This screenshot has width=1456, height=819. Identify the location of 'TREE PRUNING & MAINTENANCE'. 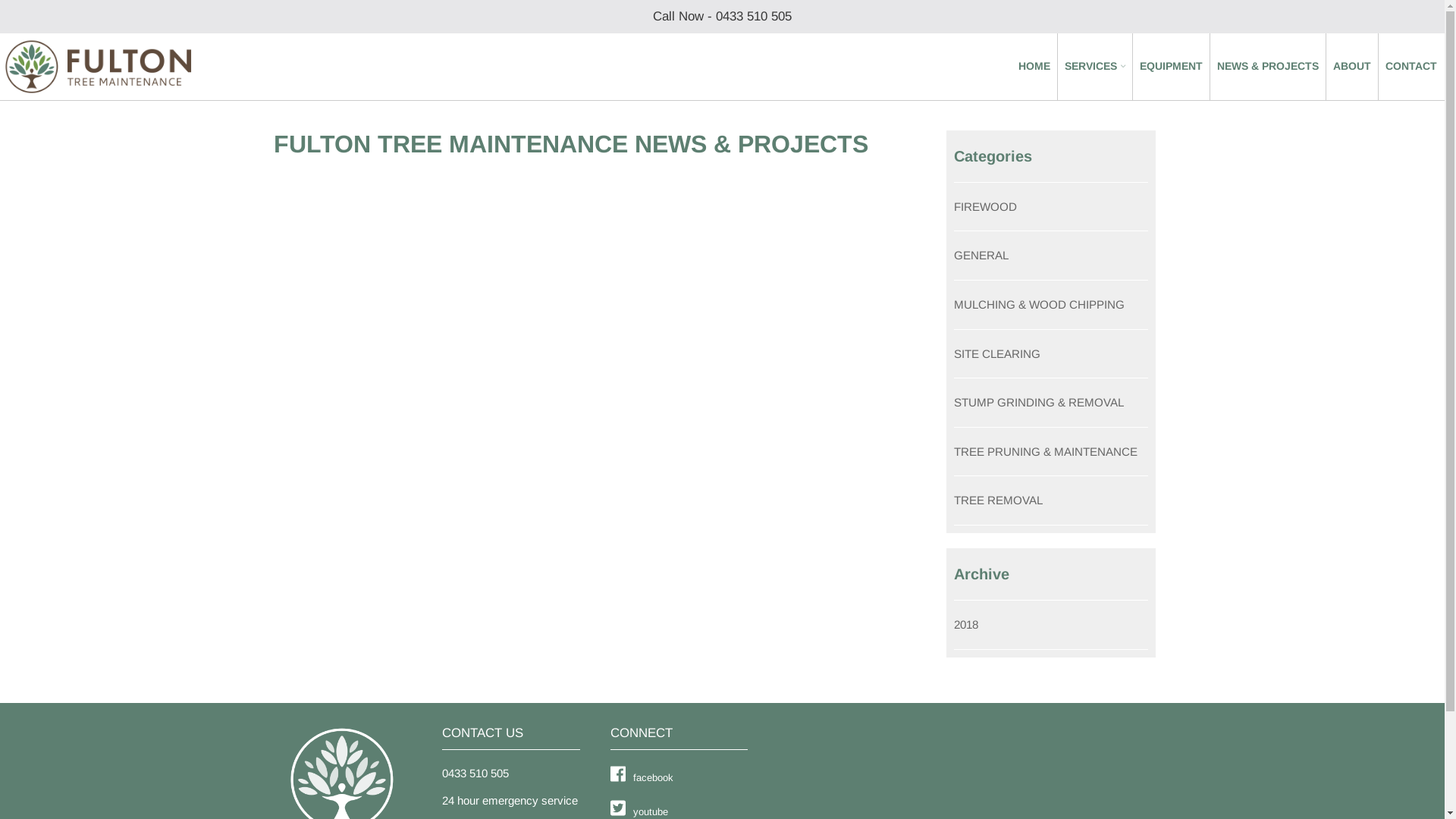
(1044, 450).